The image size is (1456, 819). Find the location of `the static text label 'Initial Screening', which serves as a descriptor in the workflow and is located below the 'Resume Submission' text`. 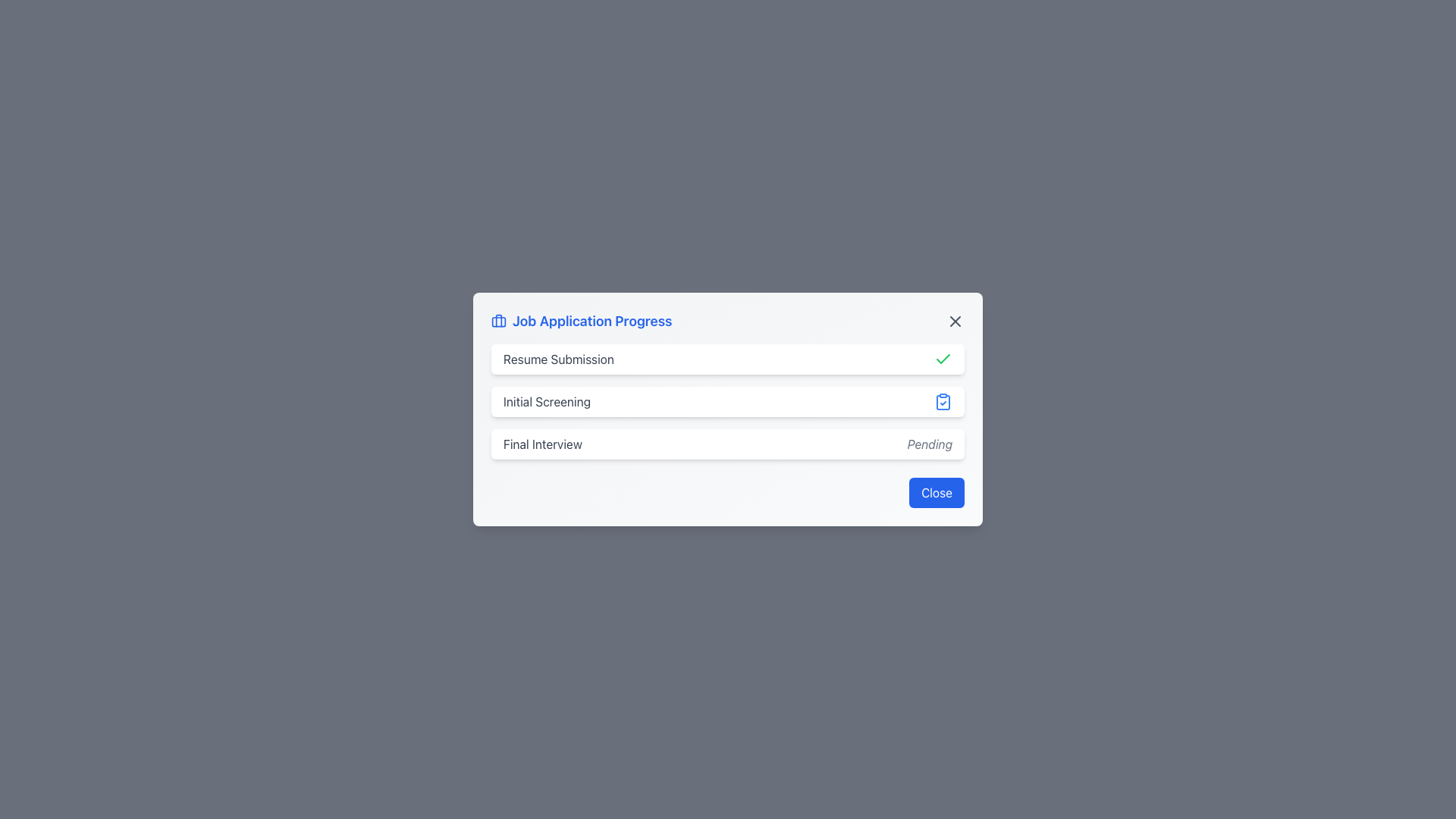

the static text label 'Initial Screening', which serves as a descriptor in the workflow and is located below the 'Resume Submission' text is located at coordinates (546, 400).